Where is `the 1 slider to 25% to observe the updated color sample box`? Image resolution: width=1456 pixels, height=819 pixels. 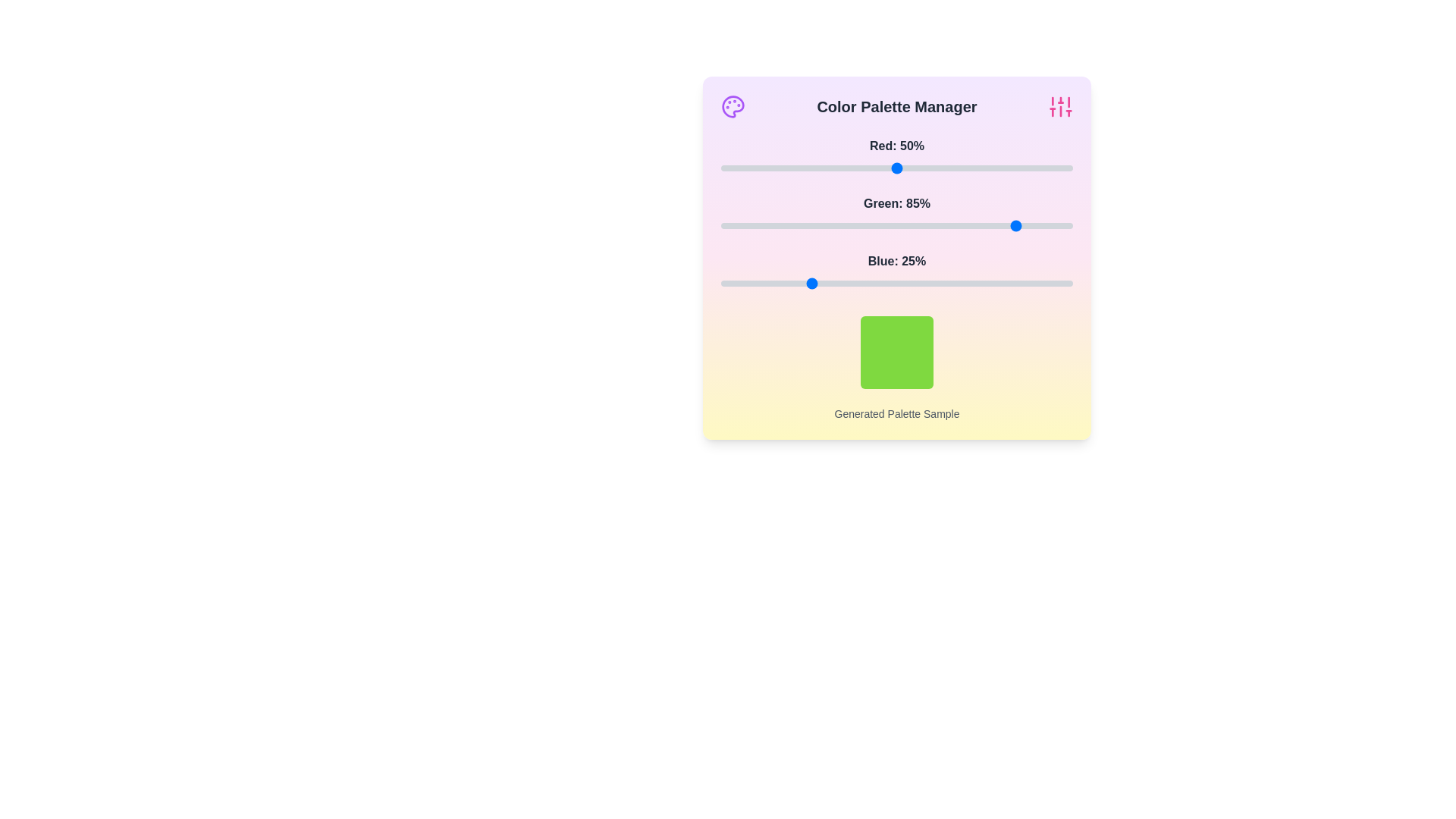 the 1 slider to 25% to observe the updated color sample box is located at coordinates (808, 225).